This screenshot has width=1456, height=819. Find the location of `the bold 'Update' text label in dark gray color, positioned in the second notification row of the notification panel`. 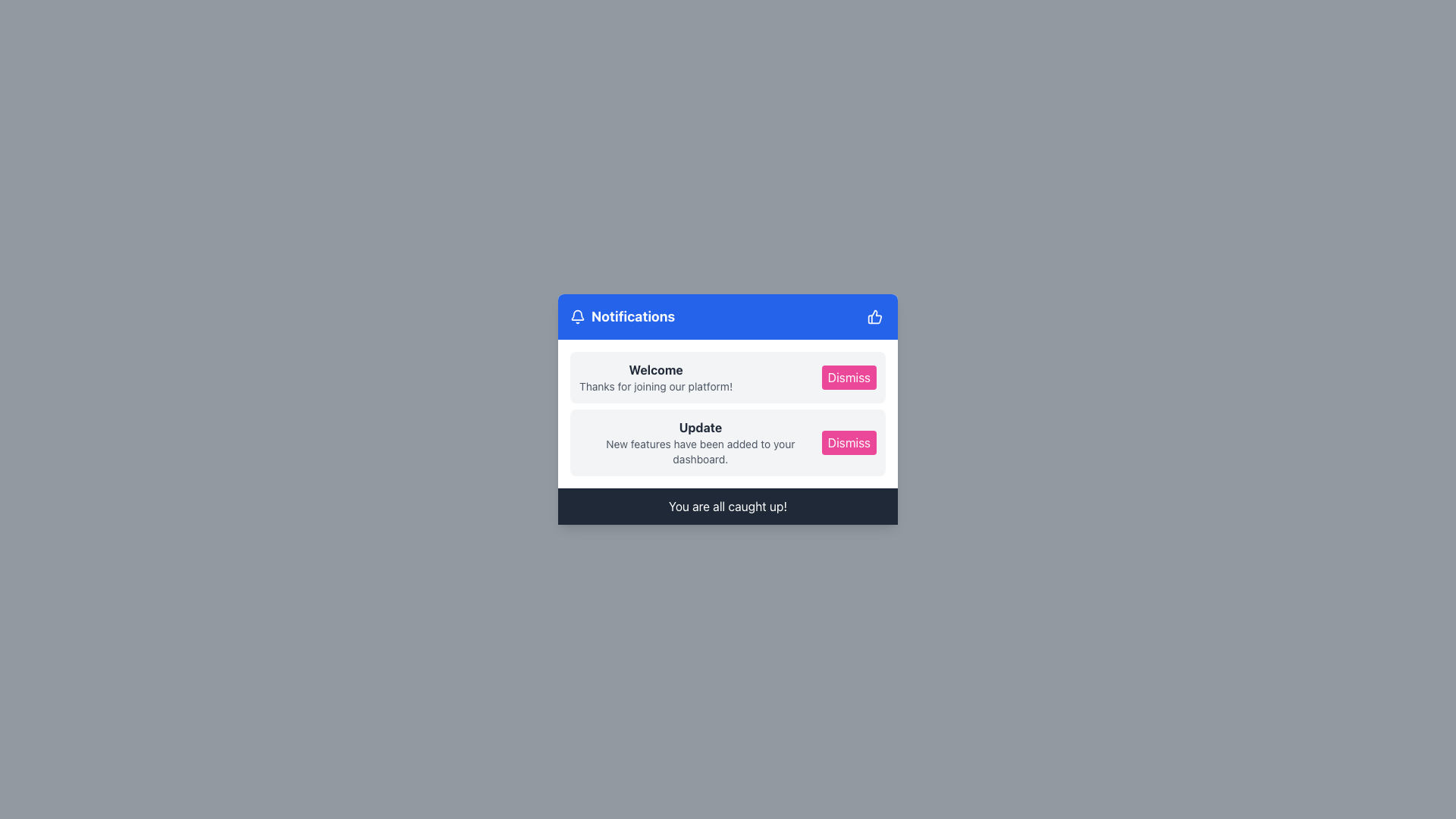

the bold 'Update' text label in dark gray color, positioned in the second notification row of the notification panel is located at coordinates (699, 427).